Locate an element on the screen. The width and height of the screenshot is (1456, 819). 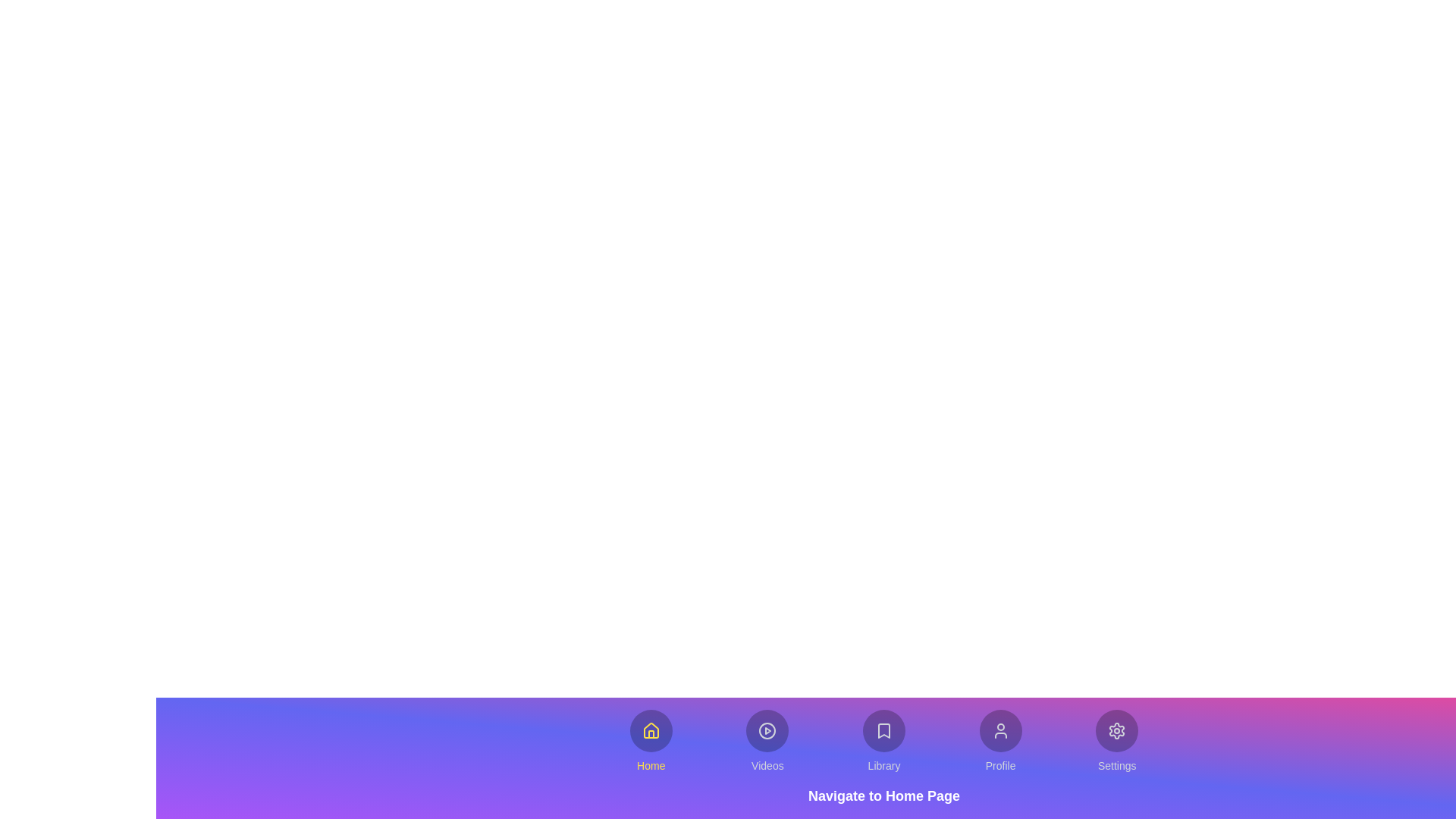
the button labeled Videos to explore its hover effects is located at coordinates (767, 741).